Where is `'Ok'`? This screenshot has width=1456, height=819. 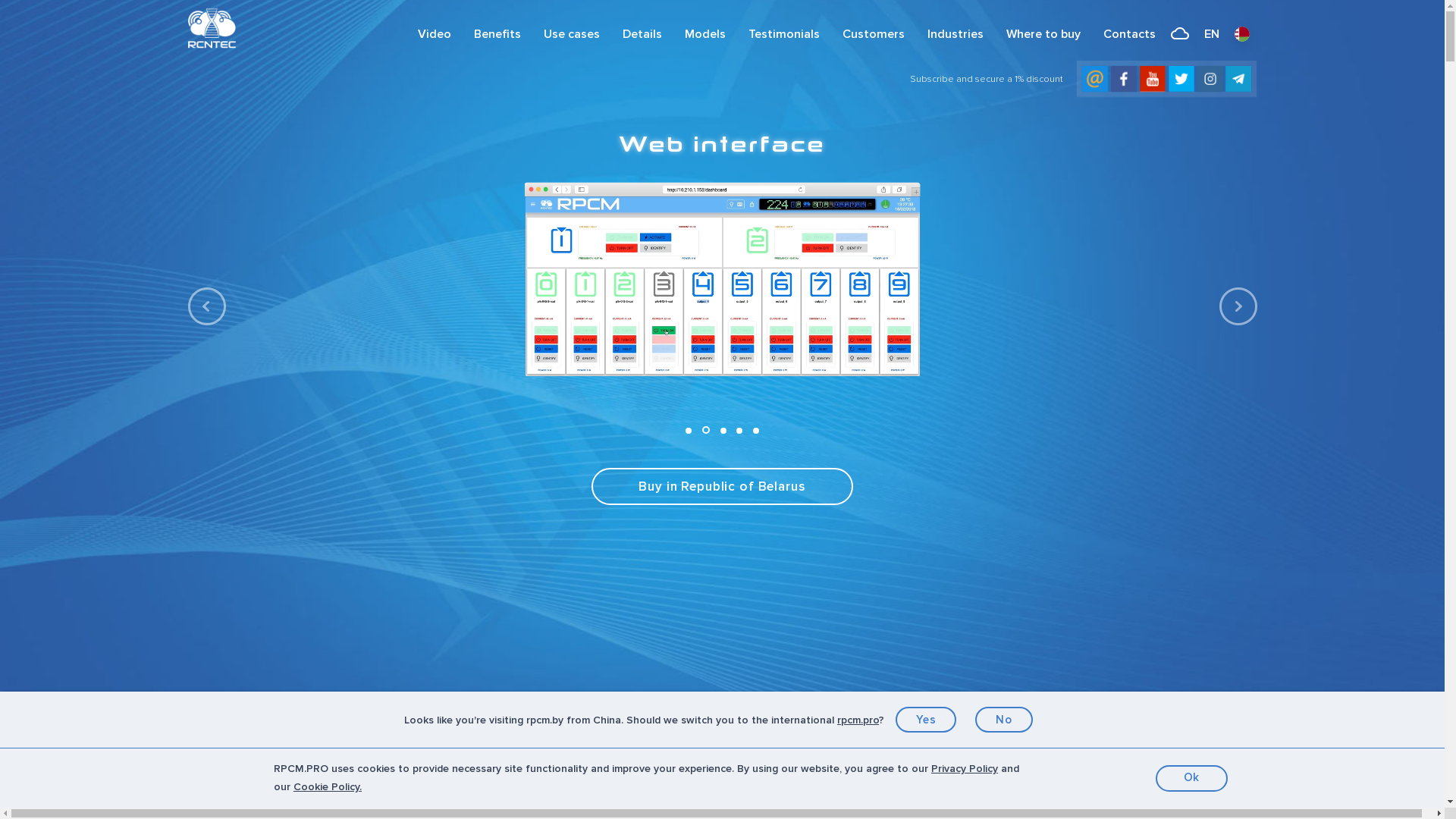 'Ok' is located at coordinates (1191, 777).